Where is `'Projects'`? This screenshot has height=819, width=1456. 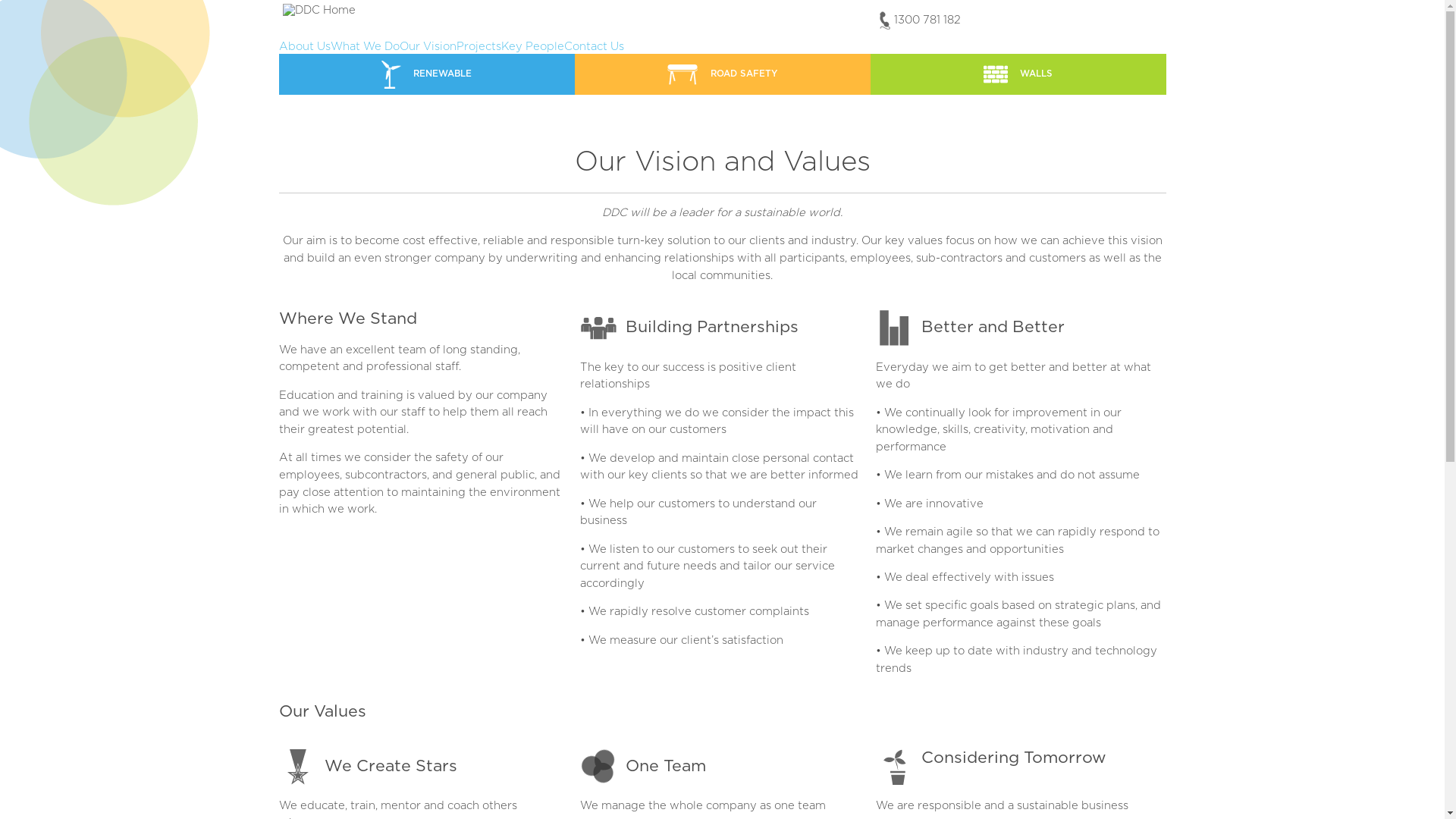 'Projects' is located at coordinates (478, 45).